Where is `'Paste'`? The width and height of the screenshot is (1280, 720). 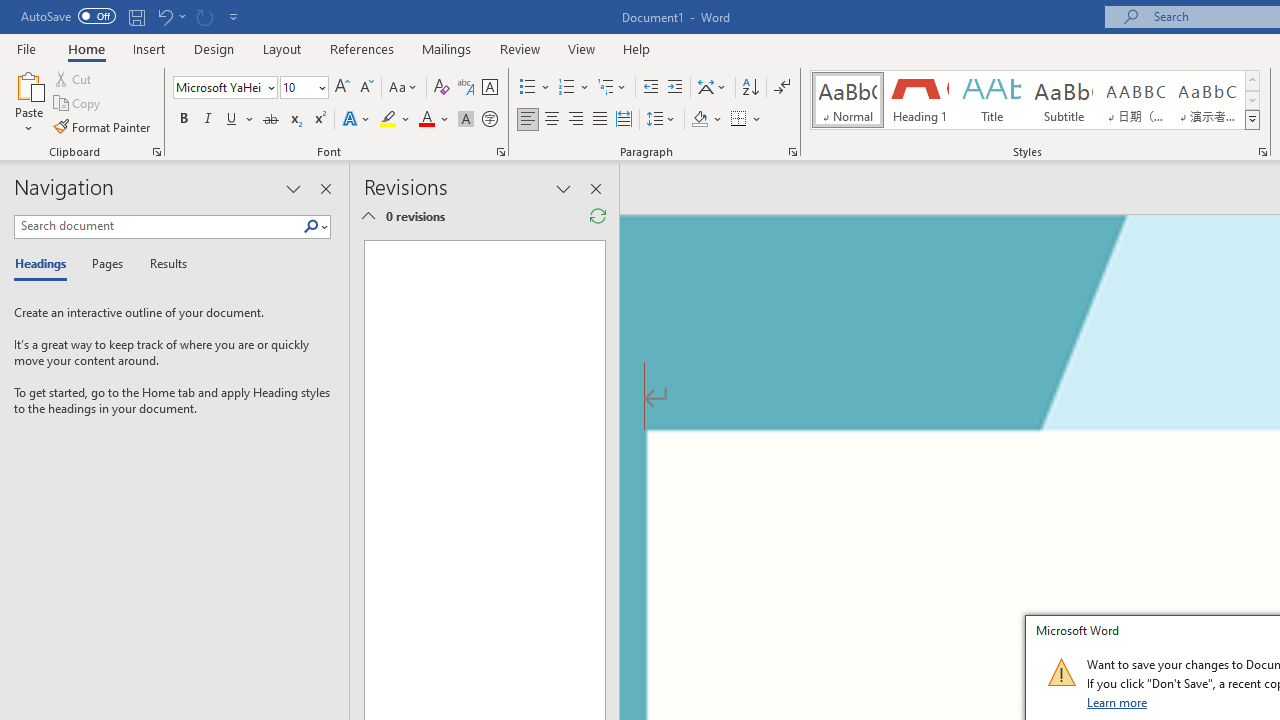
'Paste' is located at coordinates (28, 84).